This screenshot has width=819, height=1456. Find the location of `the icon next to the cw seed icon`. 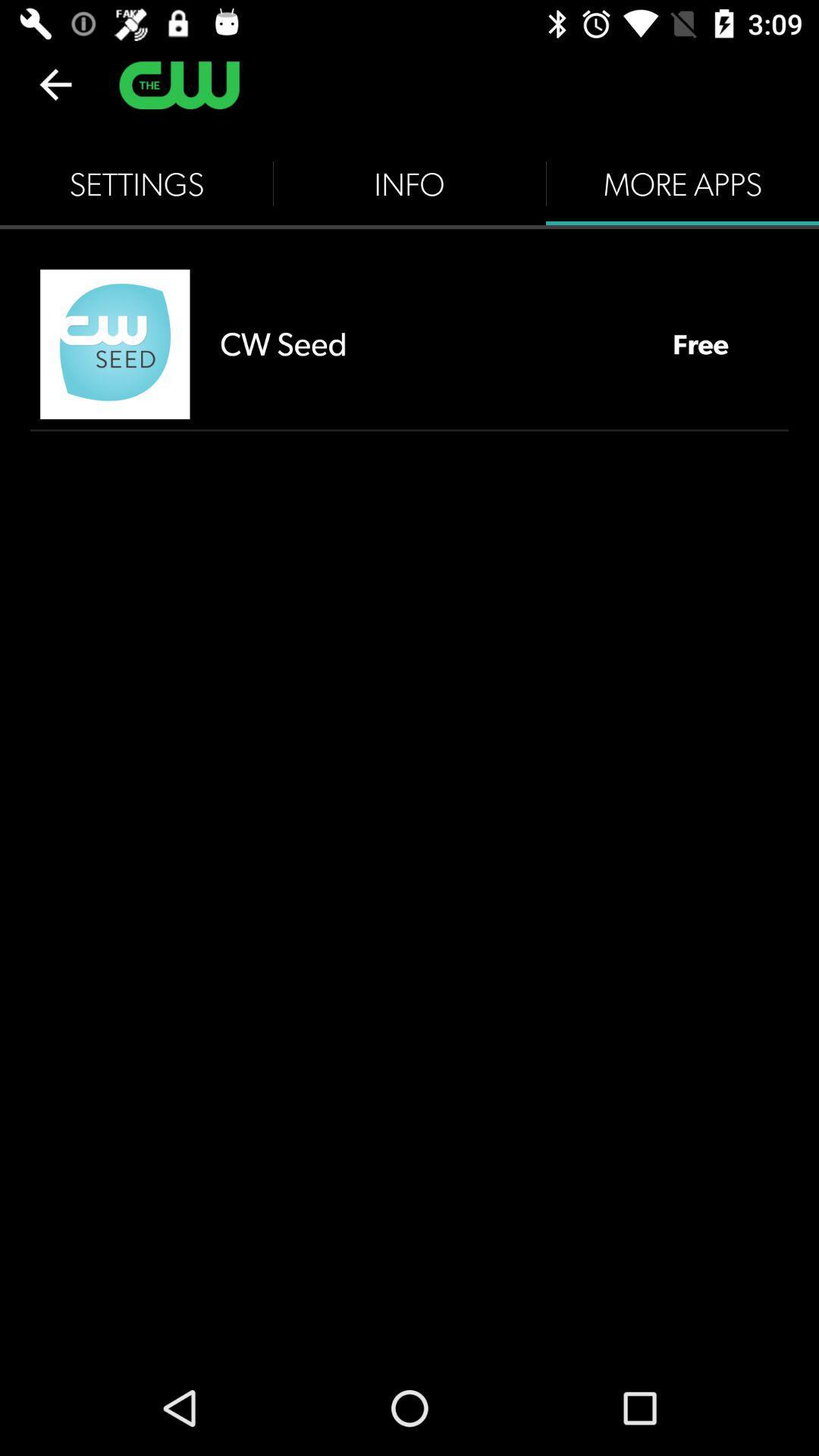

the icon next to the cw seed icon is located at coordinates (701, 343).